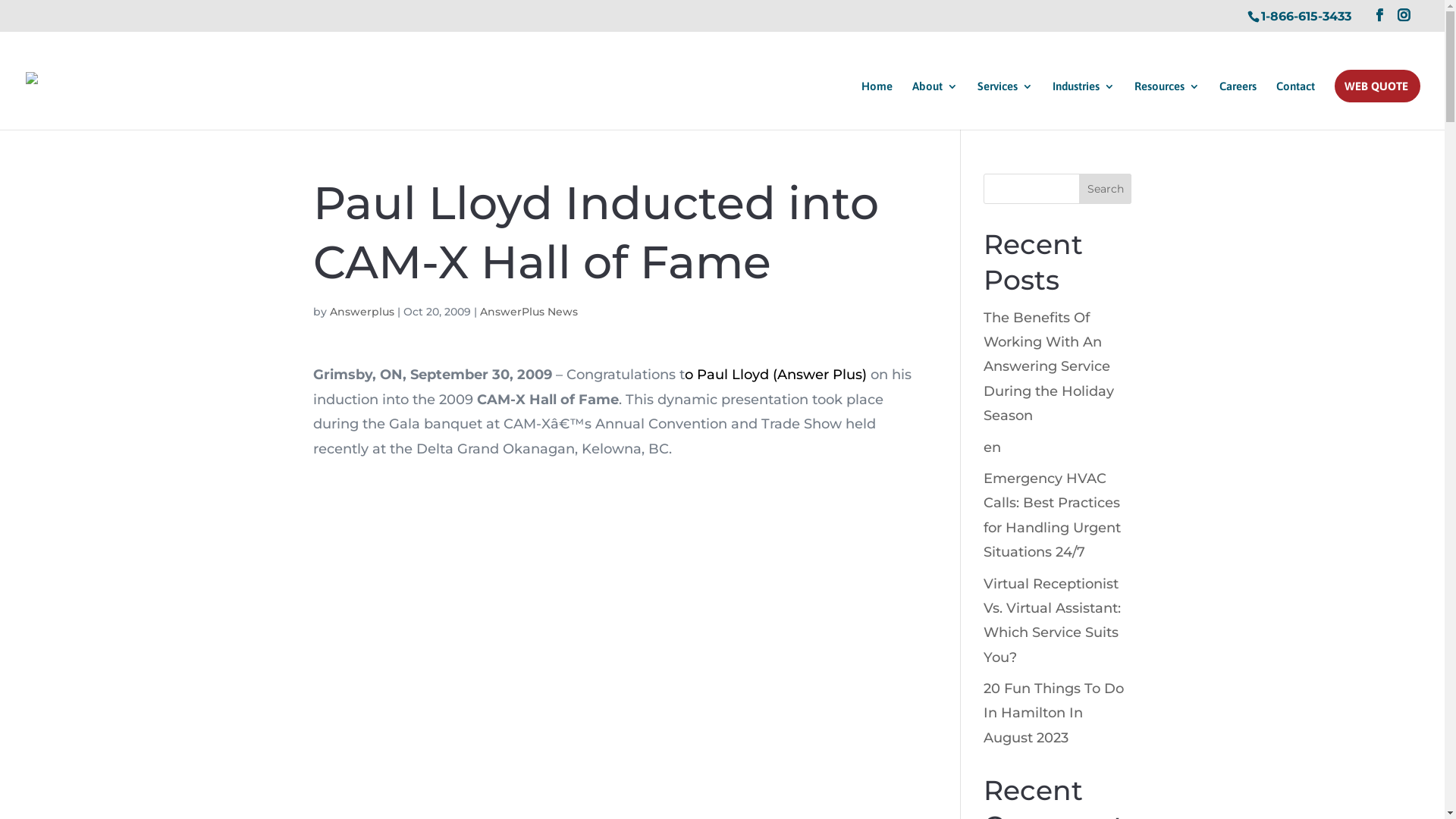 Image resolution: width=1456 pixels, height=819 pixels. What do you see at coordinates (861, 104) in the screenshot?
I see `'Home'` at bounding box center [861, 104].